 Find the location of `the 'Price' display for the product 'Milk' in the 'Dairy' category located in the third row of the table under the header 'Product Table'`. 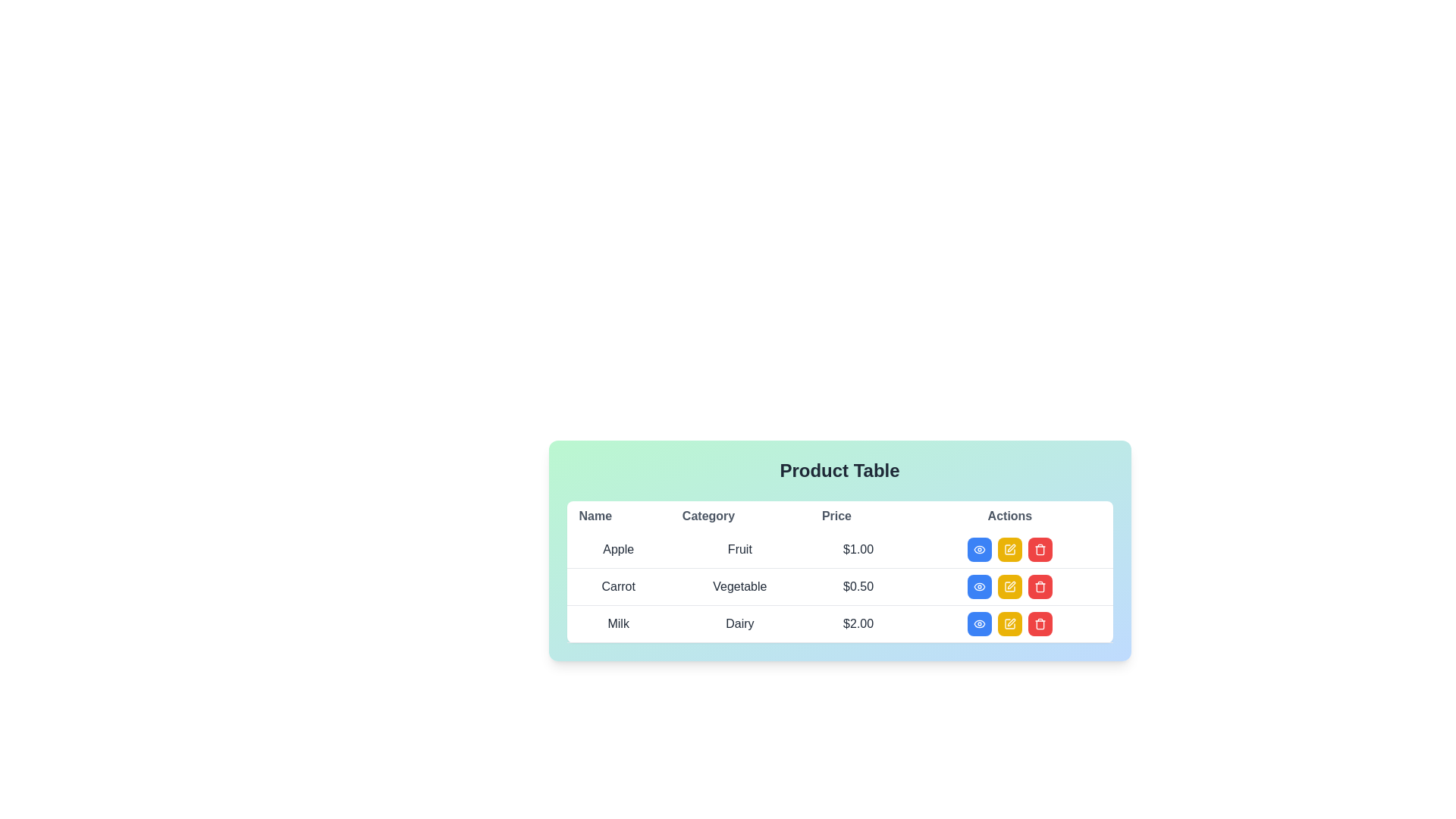

the 'Price' display for the product 'Milk' in the 'Dairy' category located in the third row of the table under the header 'Product Table' is located at coordinates (858, 623).